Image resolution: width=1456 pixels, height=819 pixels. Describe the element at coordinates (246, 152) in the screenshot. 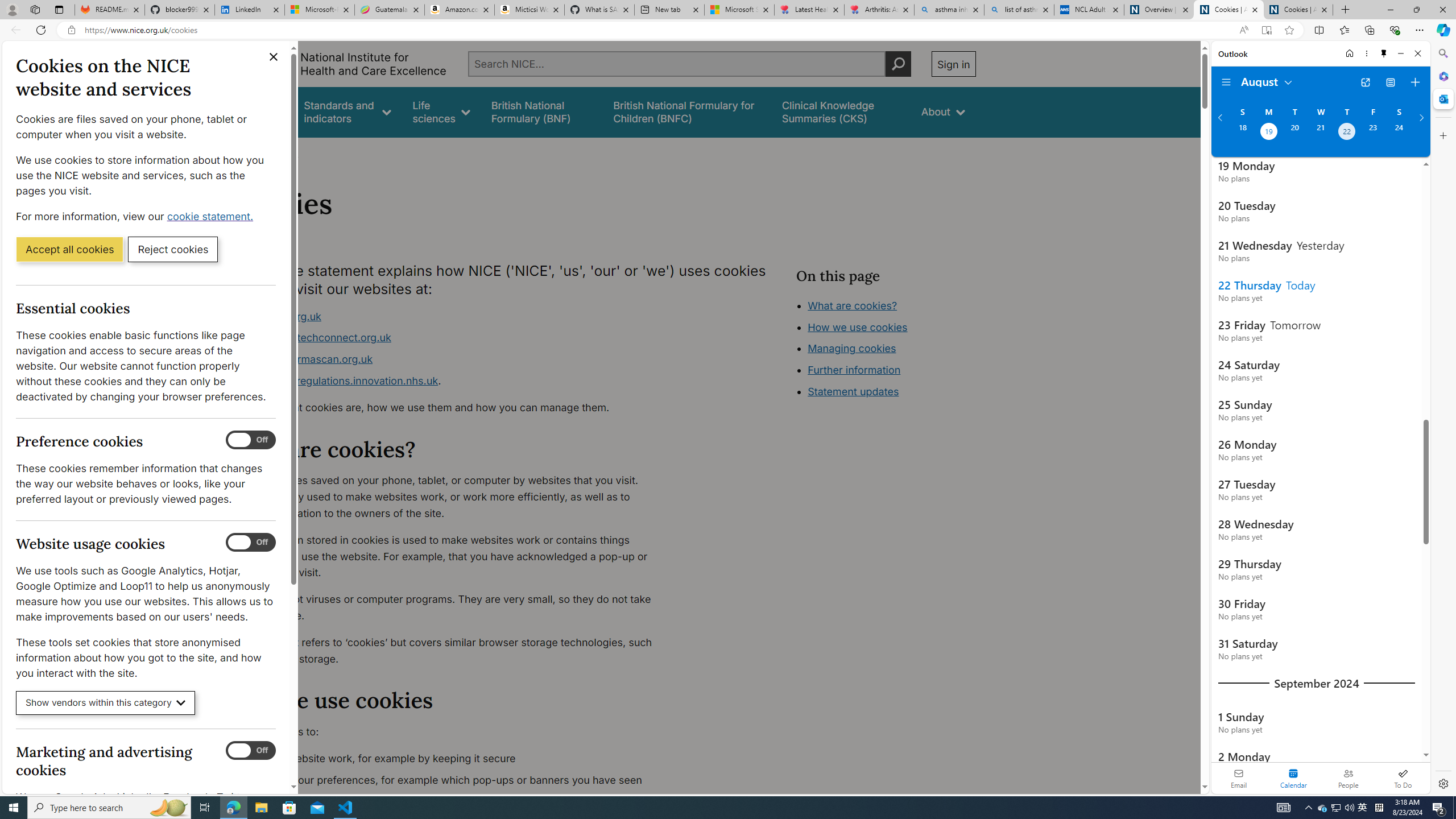

I see `'Home>'` at that location.